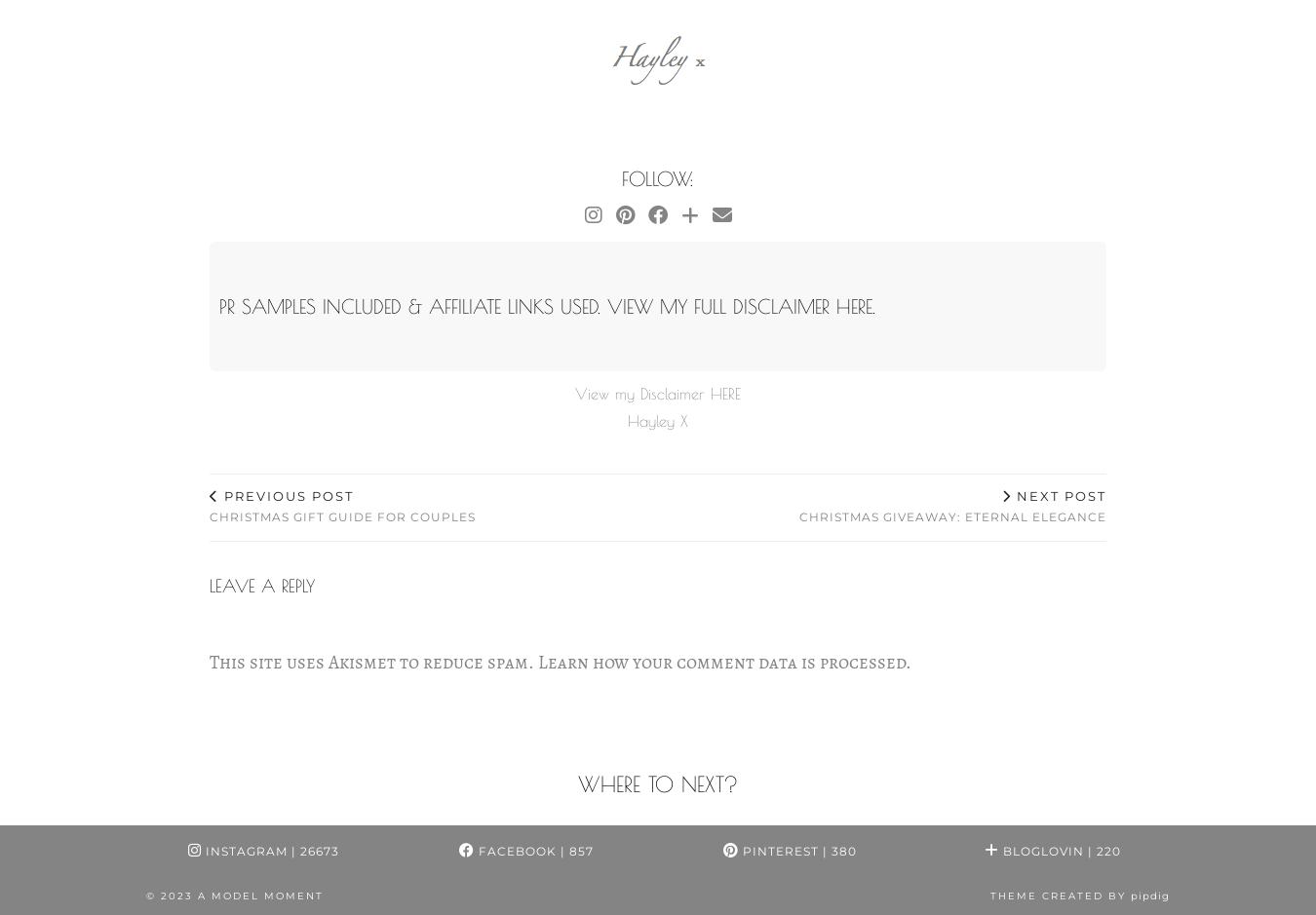  I want to click on 'CHRISTMAS GIVEAWAY: Eternal Elegance', so click(951, 516).